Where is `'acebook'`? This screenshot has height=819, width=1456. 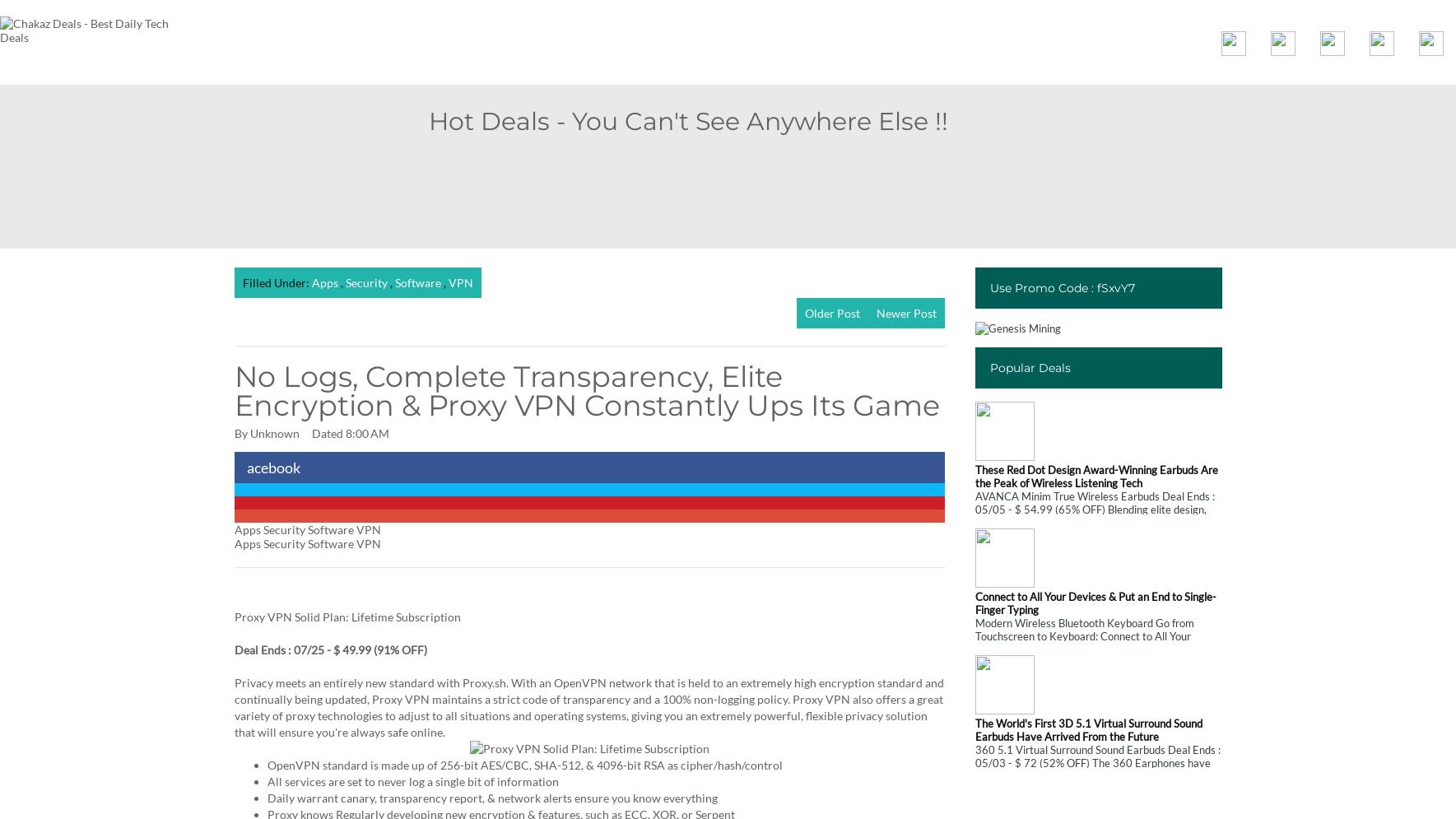
'acebook' is located at coordinates (272, 468).